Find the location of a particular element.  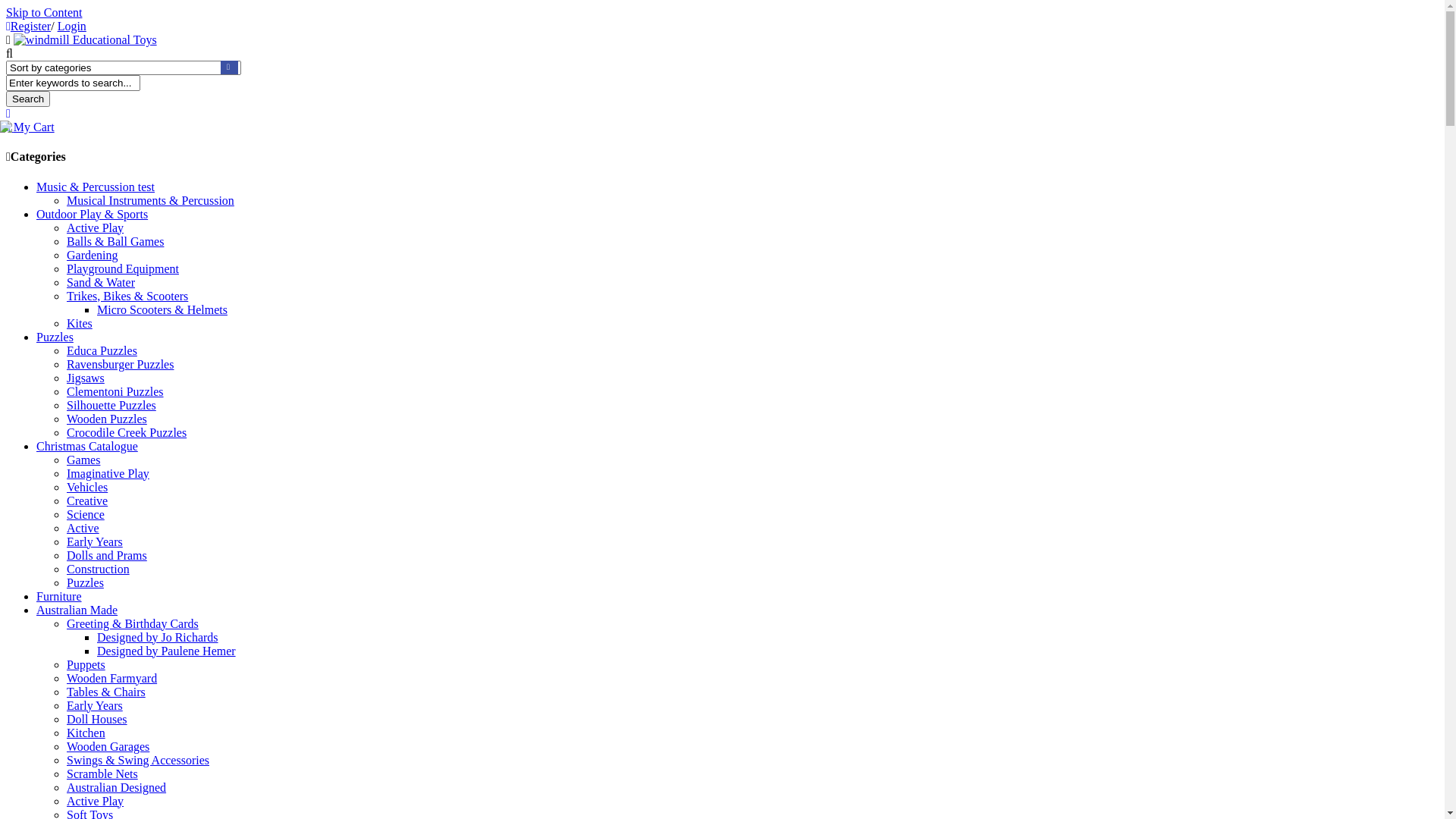

'Silhouette Puzzles' is located at coordinates (111, 404).